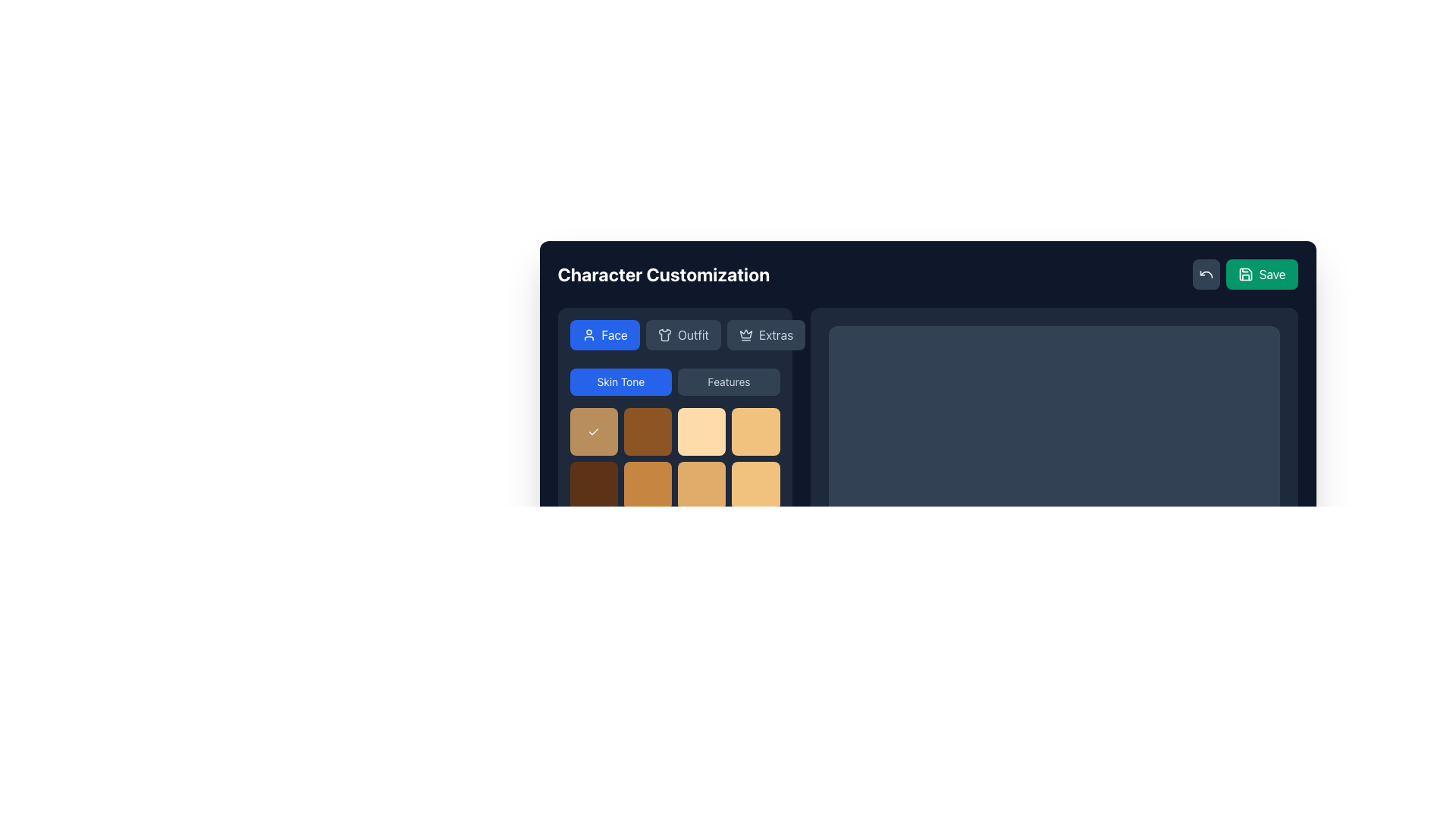 This screenshot has height=819, width=1456. What do you see at coordinates (674, 381) in the screenshot?
I see `the 'Skin Tone' button, which is part of the button group in the 'Character Customization' section` at bounding box center [674, 381].